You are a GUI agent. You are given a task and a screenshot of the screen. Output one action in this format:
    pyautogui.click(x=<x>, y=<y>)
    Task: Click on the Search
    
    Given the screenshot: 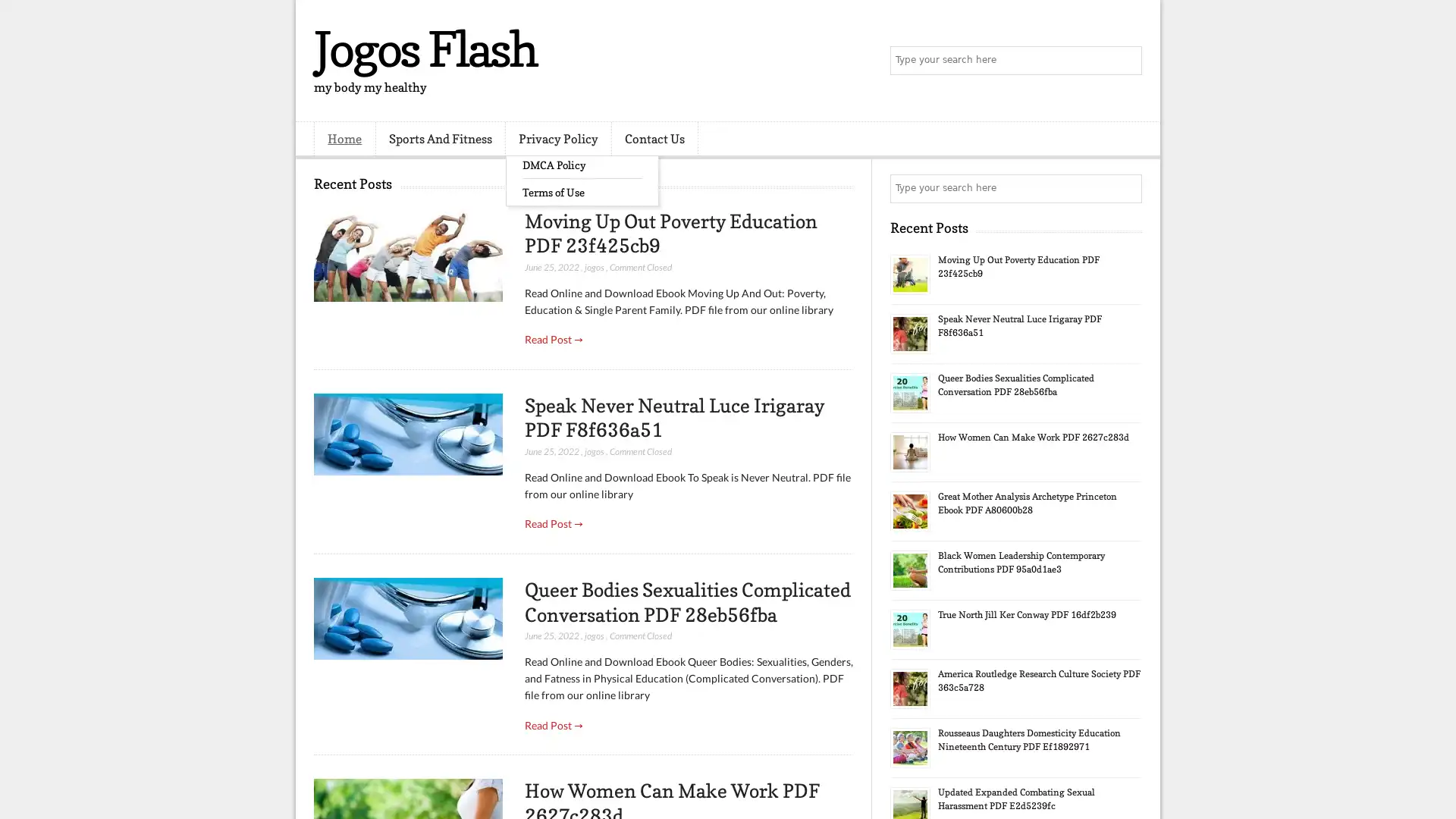 What is the action you would take?
    pyautogui.click(x=1126, y=61)
    